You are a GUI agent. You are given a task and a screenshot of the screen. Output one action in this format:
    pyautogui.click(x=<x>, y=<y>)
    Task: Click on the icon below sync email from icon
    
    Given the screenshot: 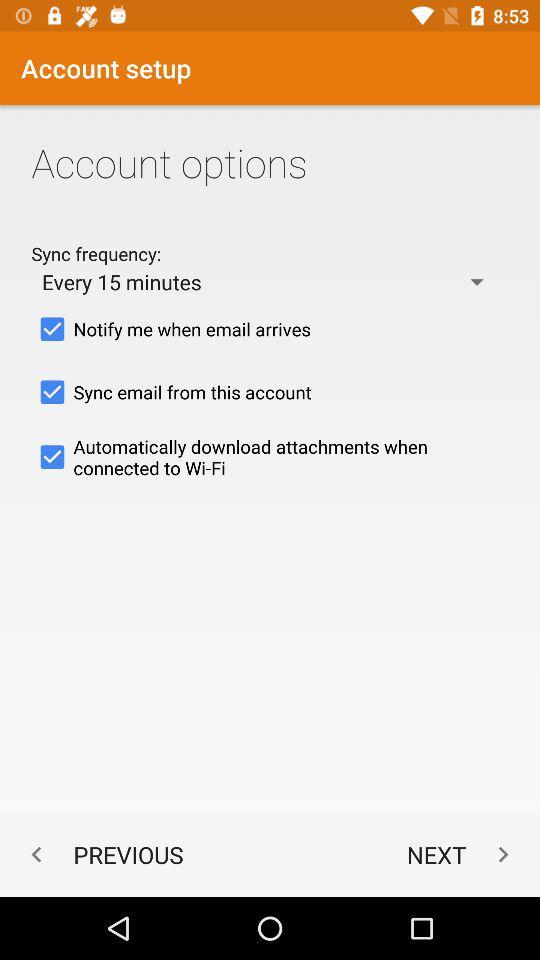 What is the action you would take?
    pyautogui.click(x=270, y=457)
    